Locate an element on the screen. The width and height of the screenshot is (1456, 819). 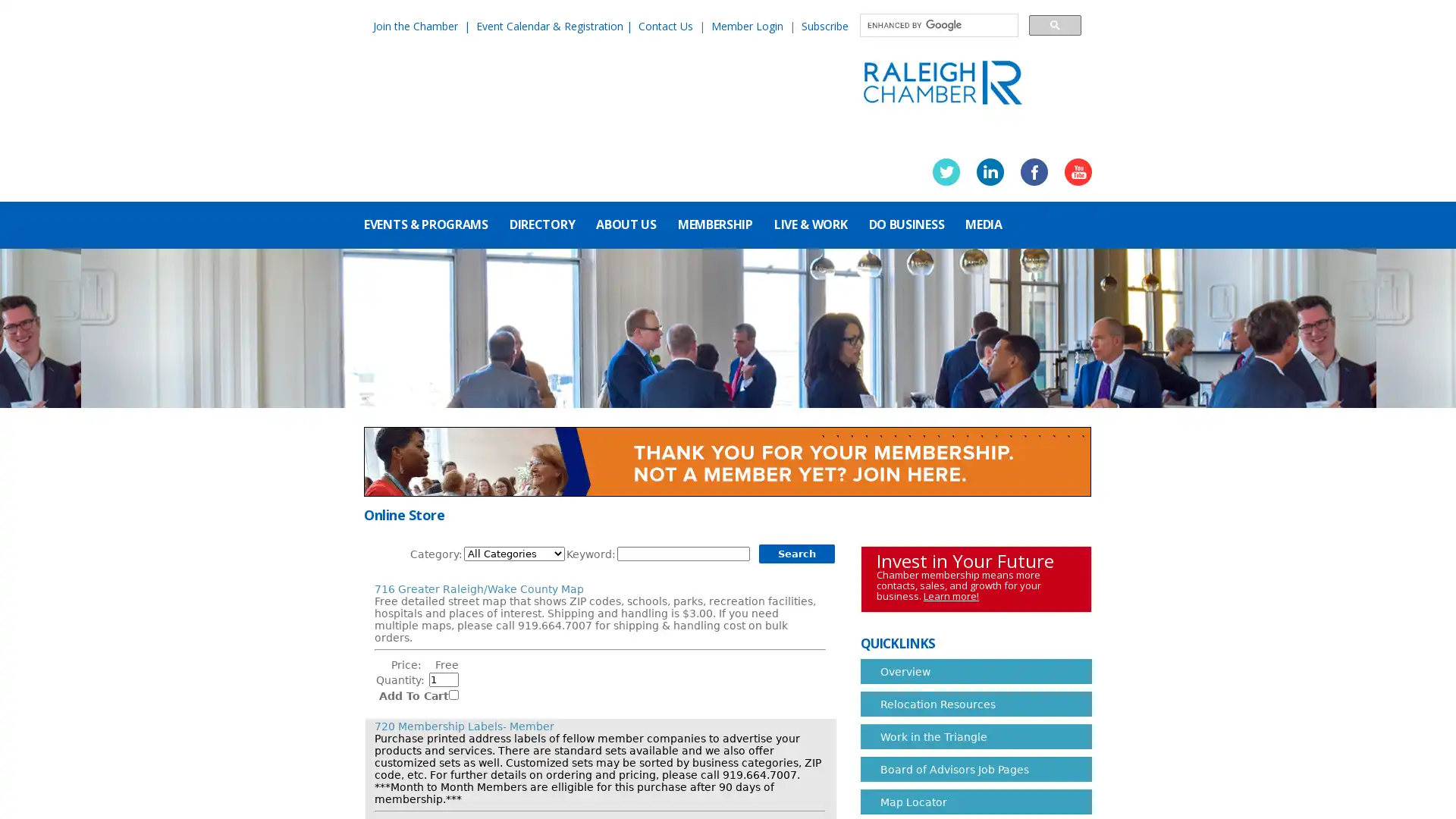
search is located at coordinates (1054, 24).